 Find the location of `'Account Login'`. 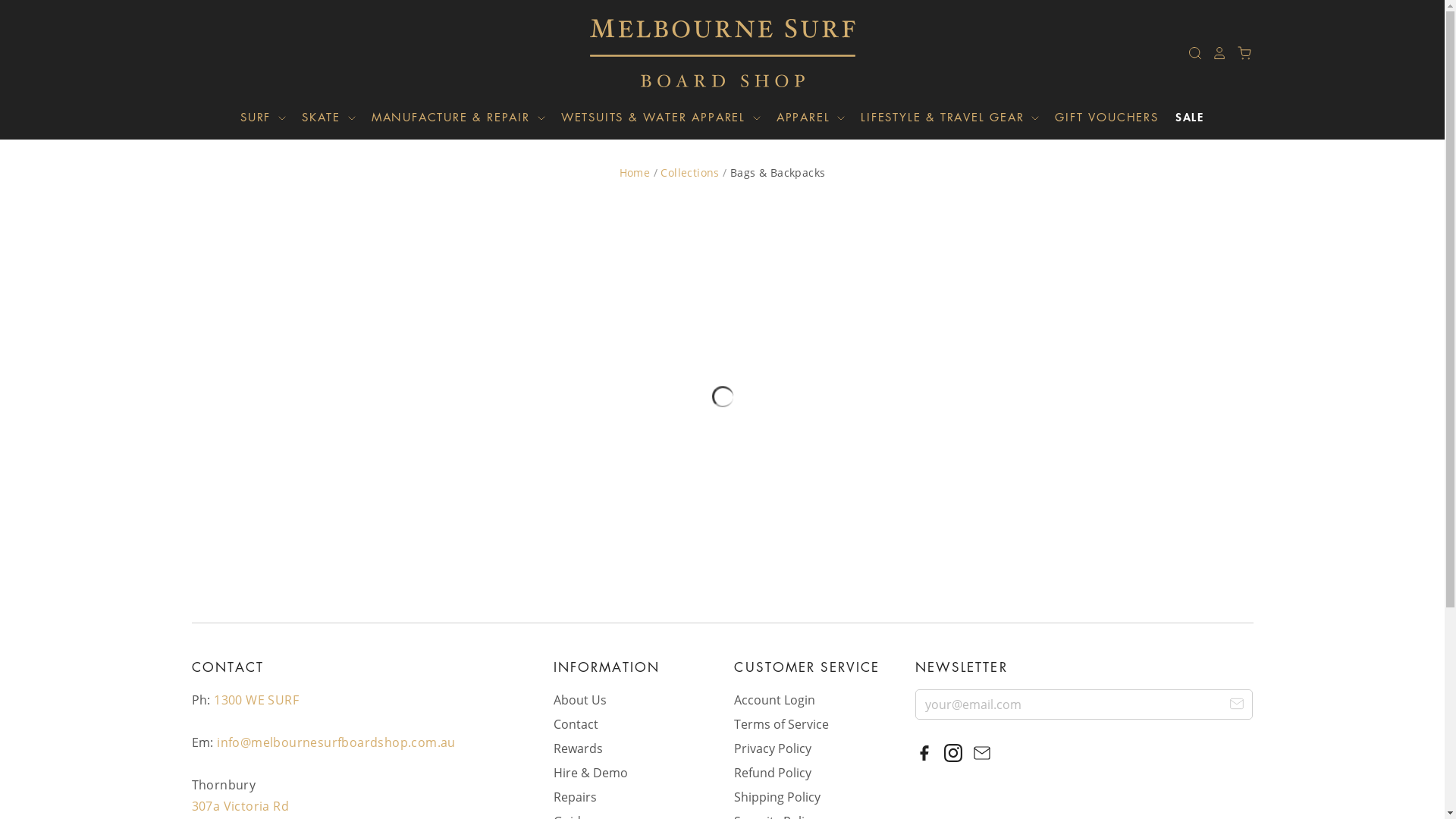

'Account Login' is located at coordinates (774, 699).